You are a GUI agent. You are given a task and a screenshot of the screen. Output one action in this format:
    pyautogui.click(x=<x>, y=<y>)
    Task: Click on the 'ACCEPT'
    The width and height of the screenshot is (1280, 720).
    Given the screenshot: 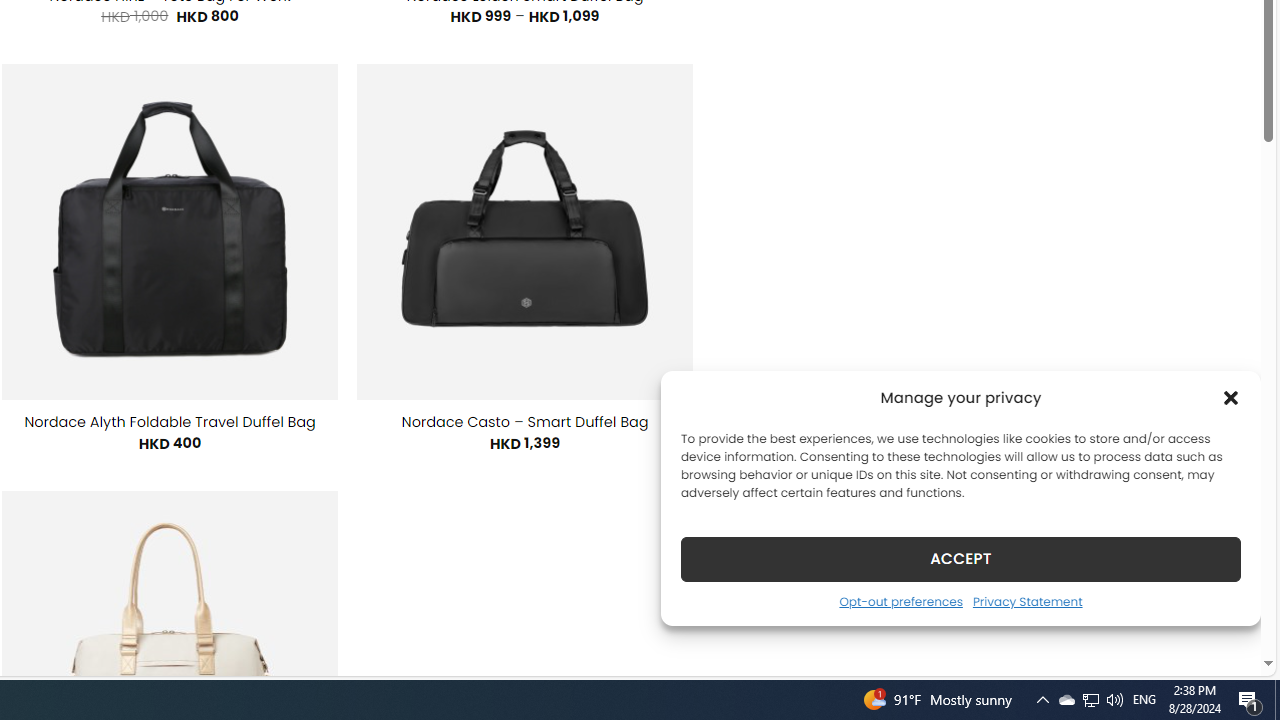 What is the action you would take?
    pyautogui.click(x=961, y=558)
    